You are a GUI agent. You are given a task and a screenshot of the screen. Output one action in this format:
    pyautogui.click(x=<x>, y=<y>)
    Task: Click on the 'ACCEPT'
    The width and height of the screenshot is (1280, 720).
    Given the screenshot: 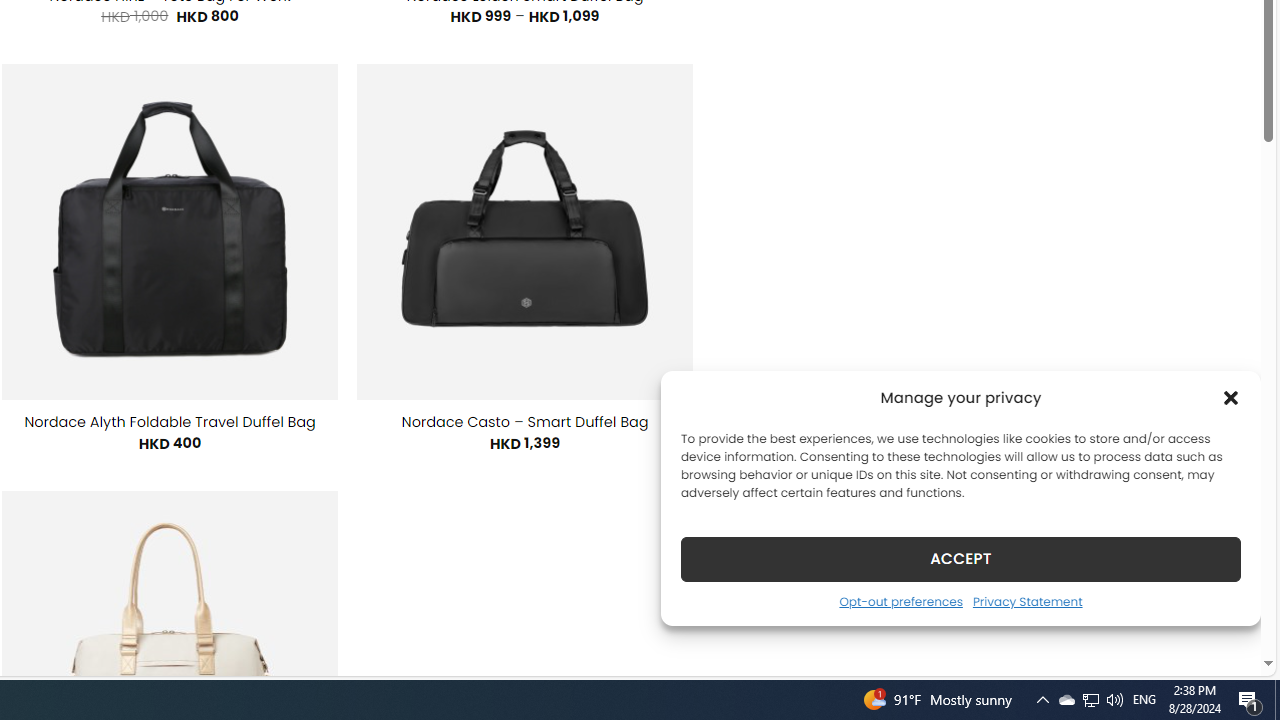 What is the action you would take?
    pyautogui.click(x=961, y=558)
    